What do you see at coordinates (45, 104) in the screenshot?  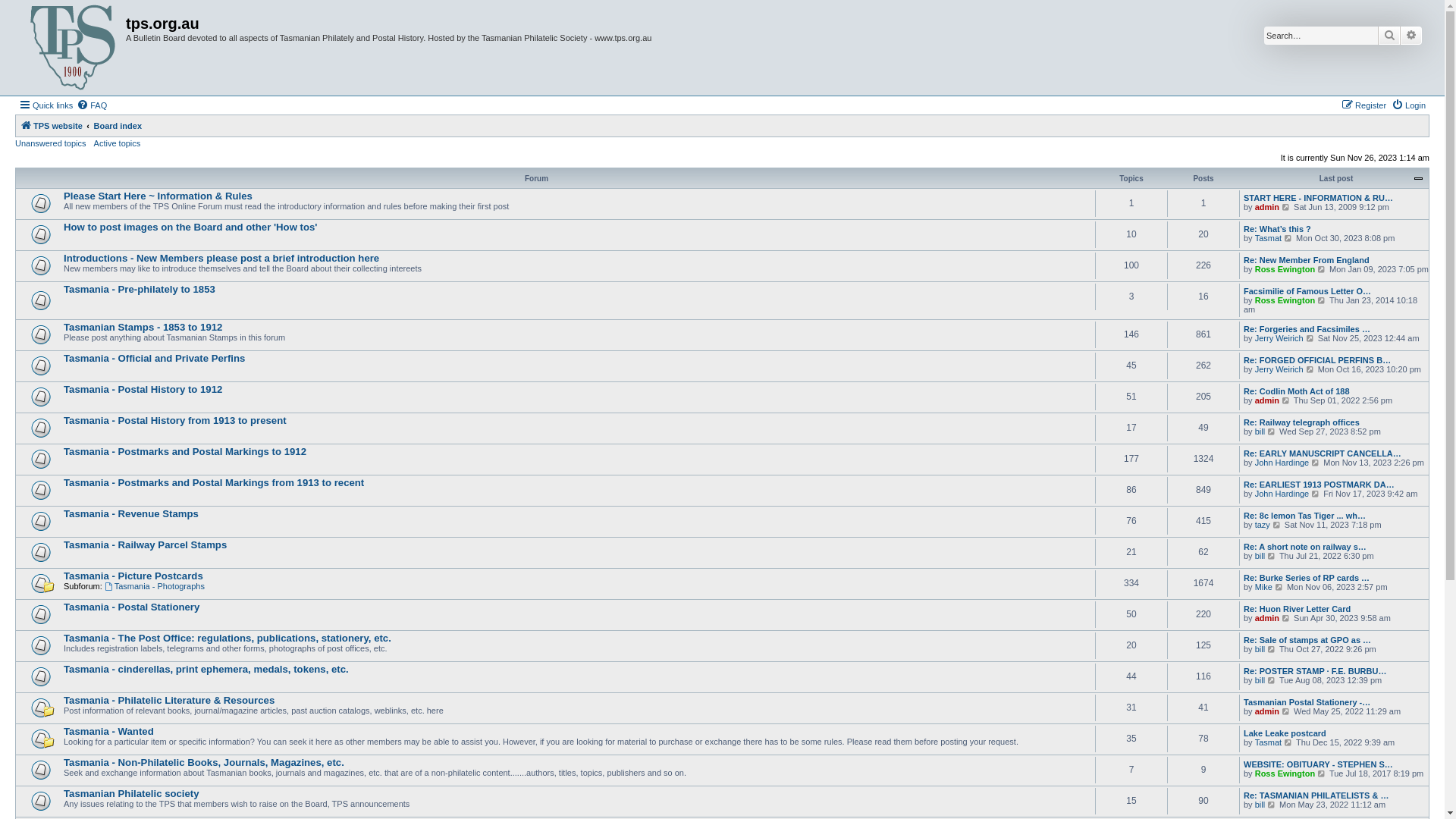 I see `'Quick links'` at bounding box center [45, 104].